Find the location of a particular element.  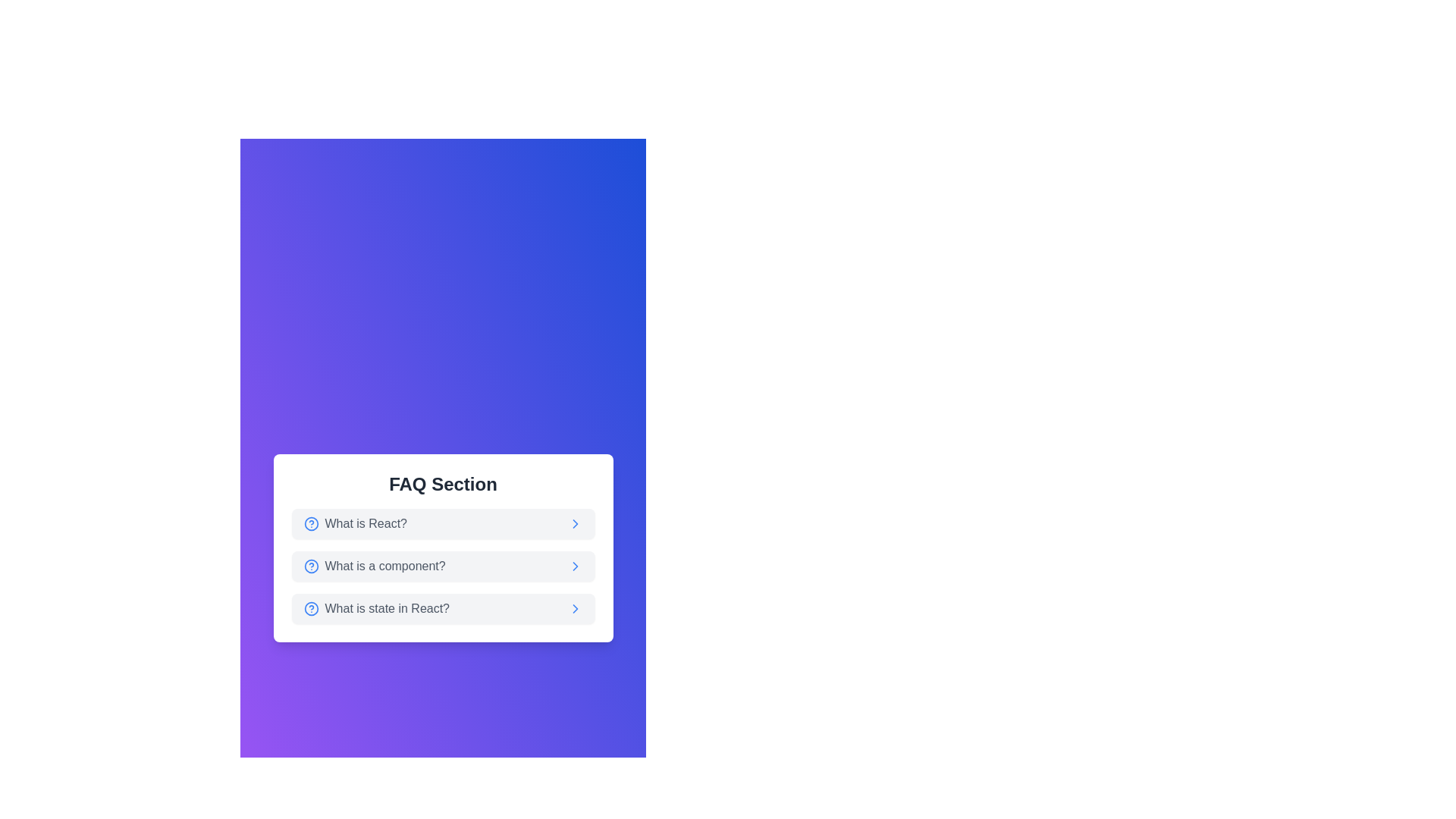

the FAQ list item labeled 'What is state in React?' to view the context menu is located at coordinates (442, 607).